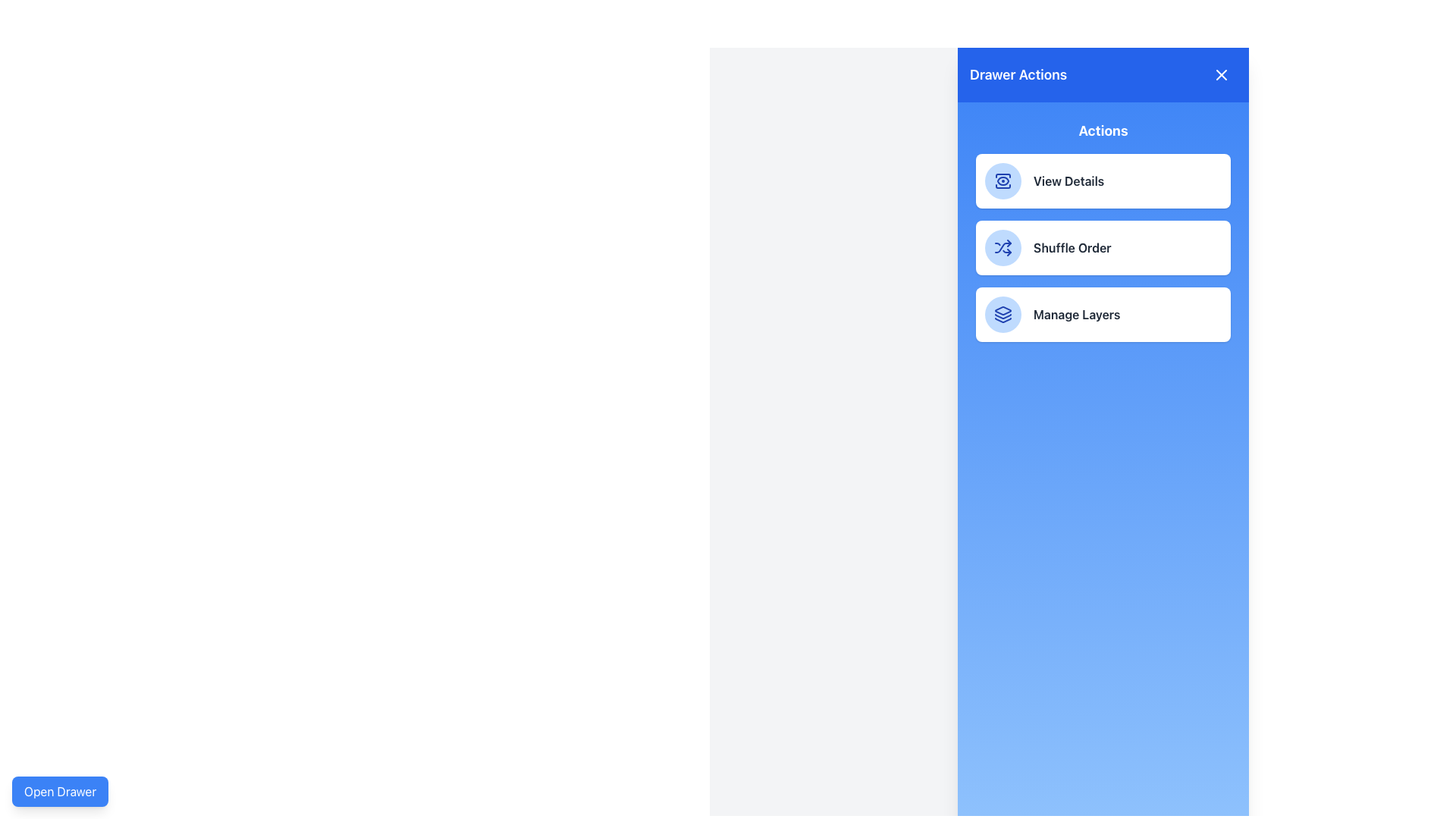  What do you see at coordinates (1103, 247) in the screenshot?
I see `the 'Shuffle Order' button, which is the second button in the vertical list within the 'Drawer Actions' panel, featuring gray text on a white background and a blue icon to the left` at bounding box center [1103, 247].